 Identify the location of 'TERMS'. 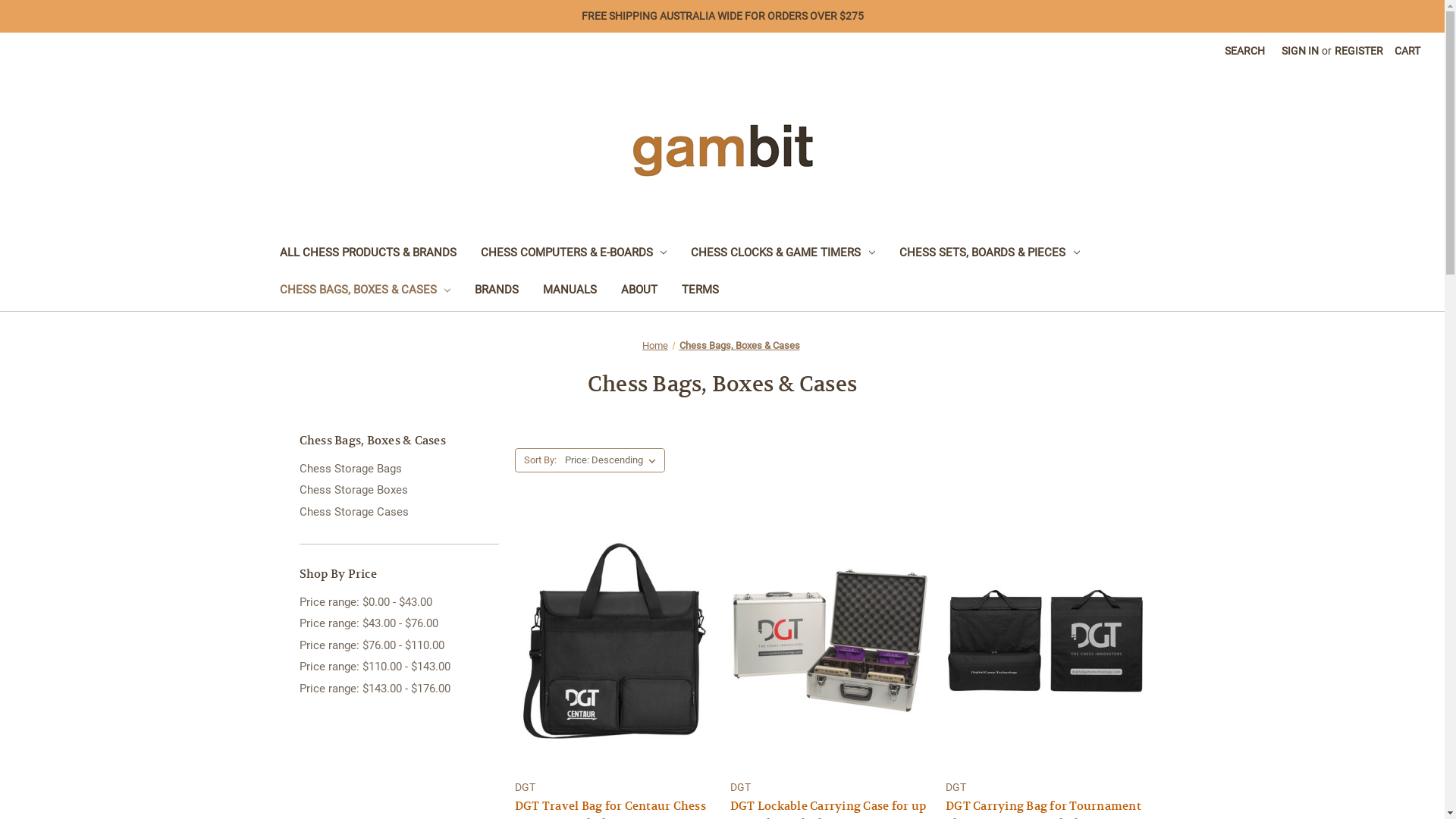
(699, 291).